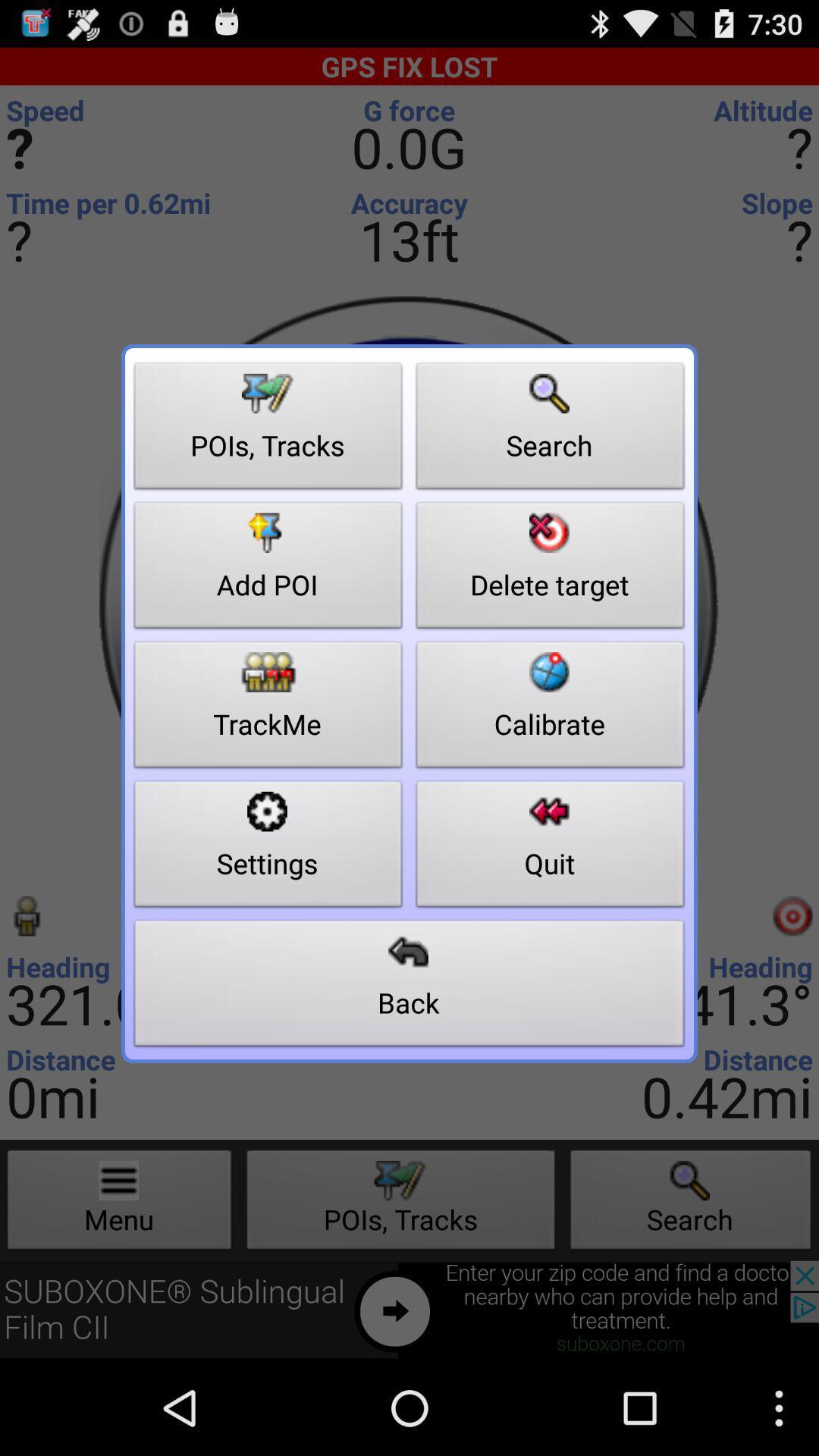  I want to click on the search button, so click(550, 429).